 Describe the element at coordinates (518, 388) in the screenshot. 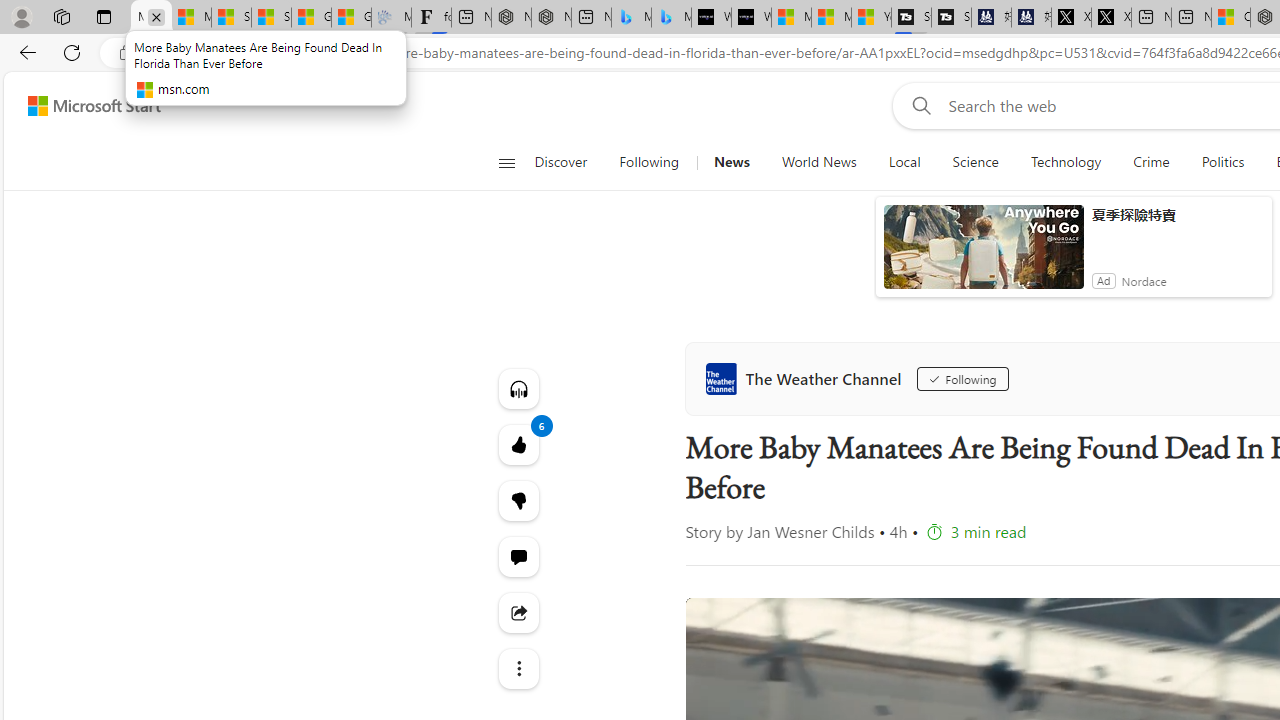

I see `'Listen to this article'` at that location.